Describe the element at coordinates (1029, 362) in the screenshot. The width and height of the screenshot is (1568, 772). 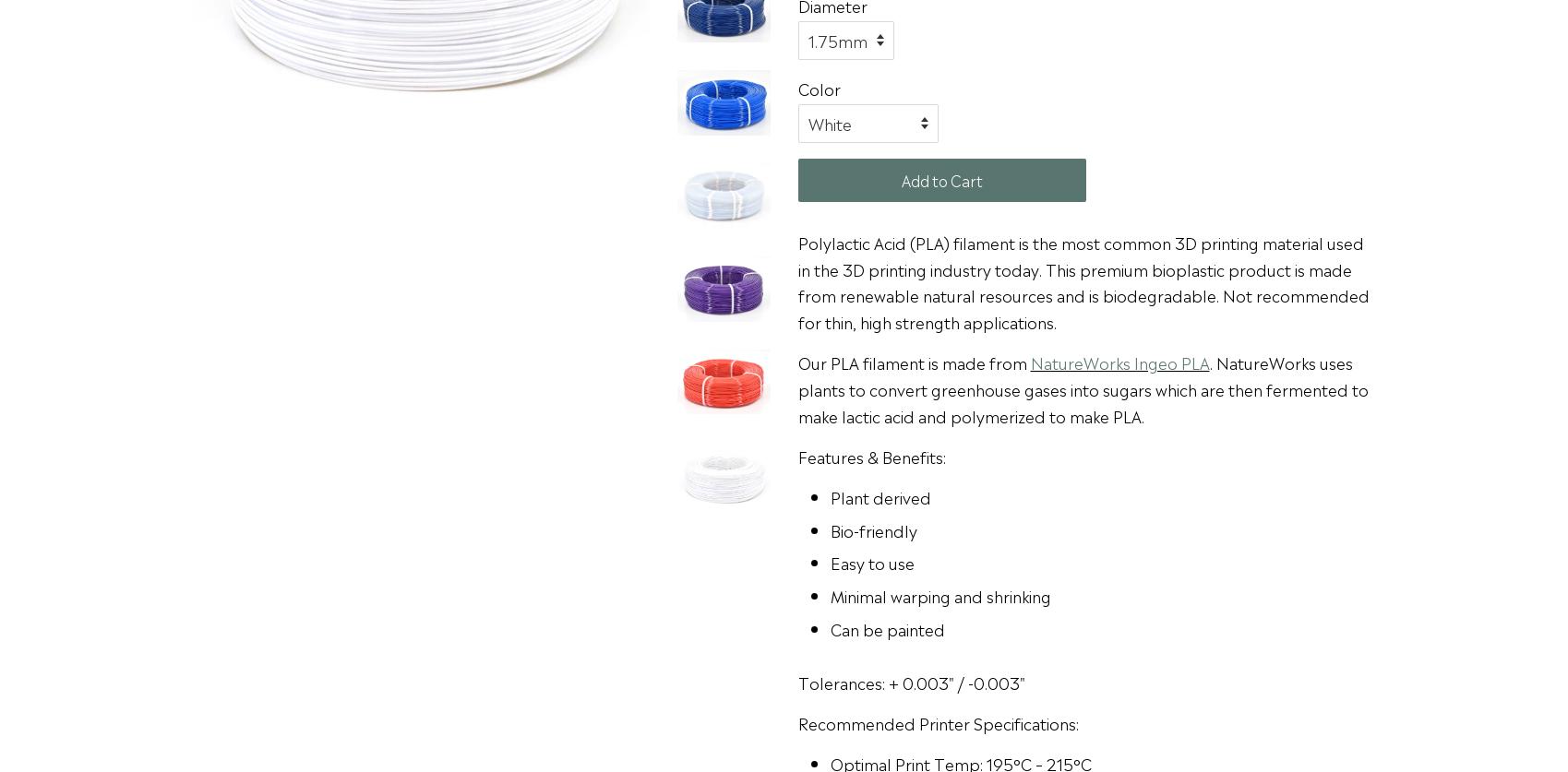
I see `'NatureWorks Ingeo PLA'` at that location.